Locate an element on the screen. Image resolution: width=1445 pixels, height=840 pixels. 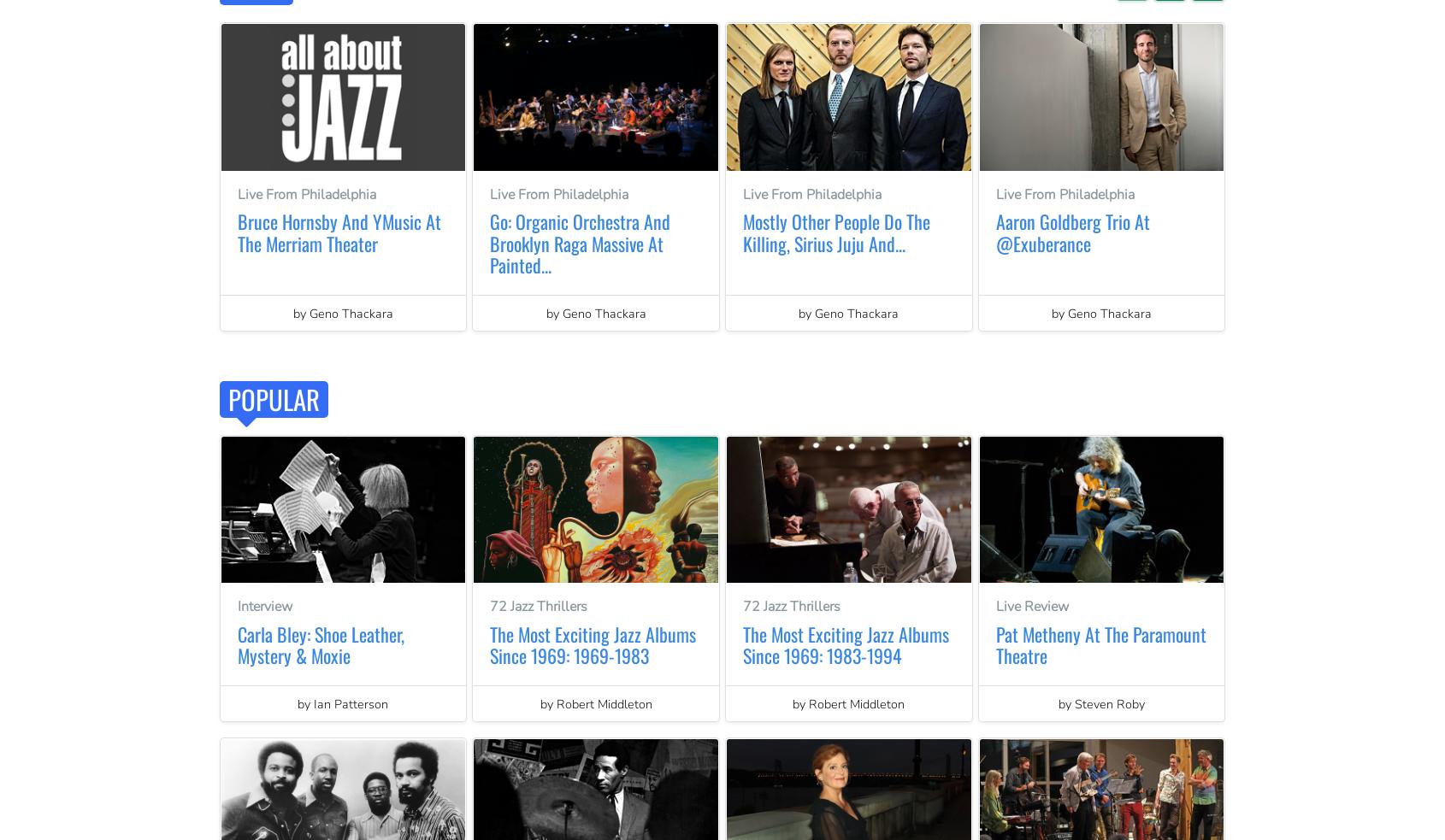
'Mostly Other People Do the Killing, Sirius Juju and...' is located at coordinates (835, 232).